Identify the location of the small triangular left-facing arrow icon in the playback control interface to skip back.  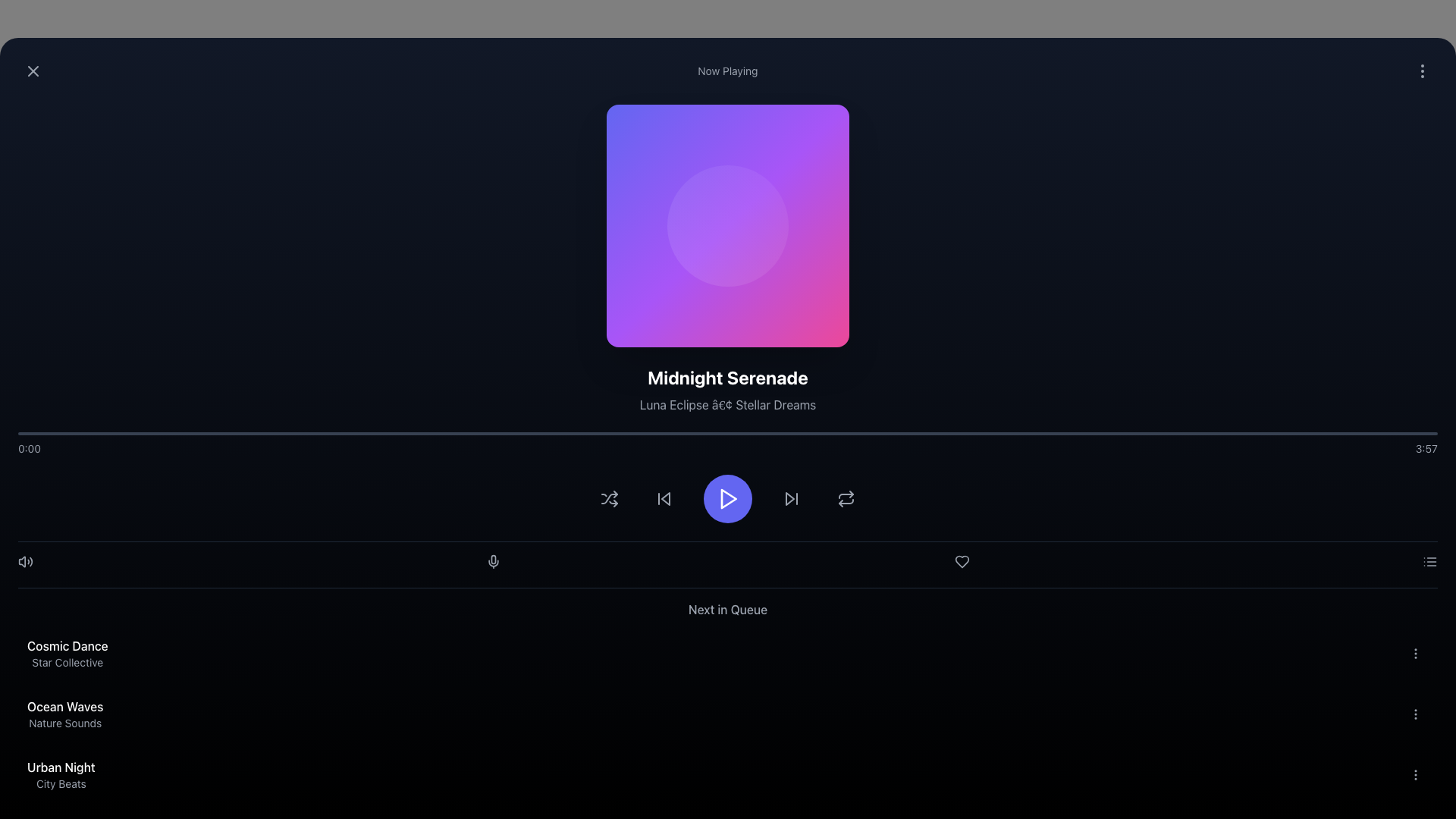
(664, 499).